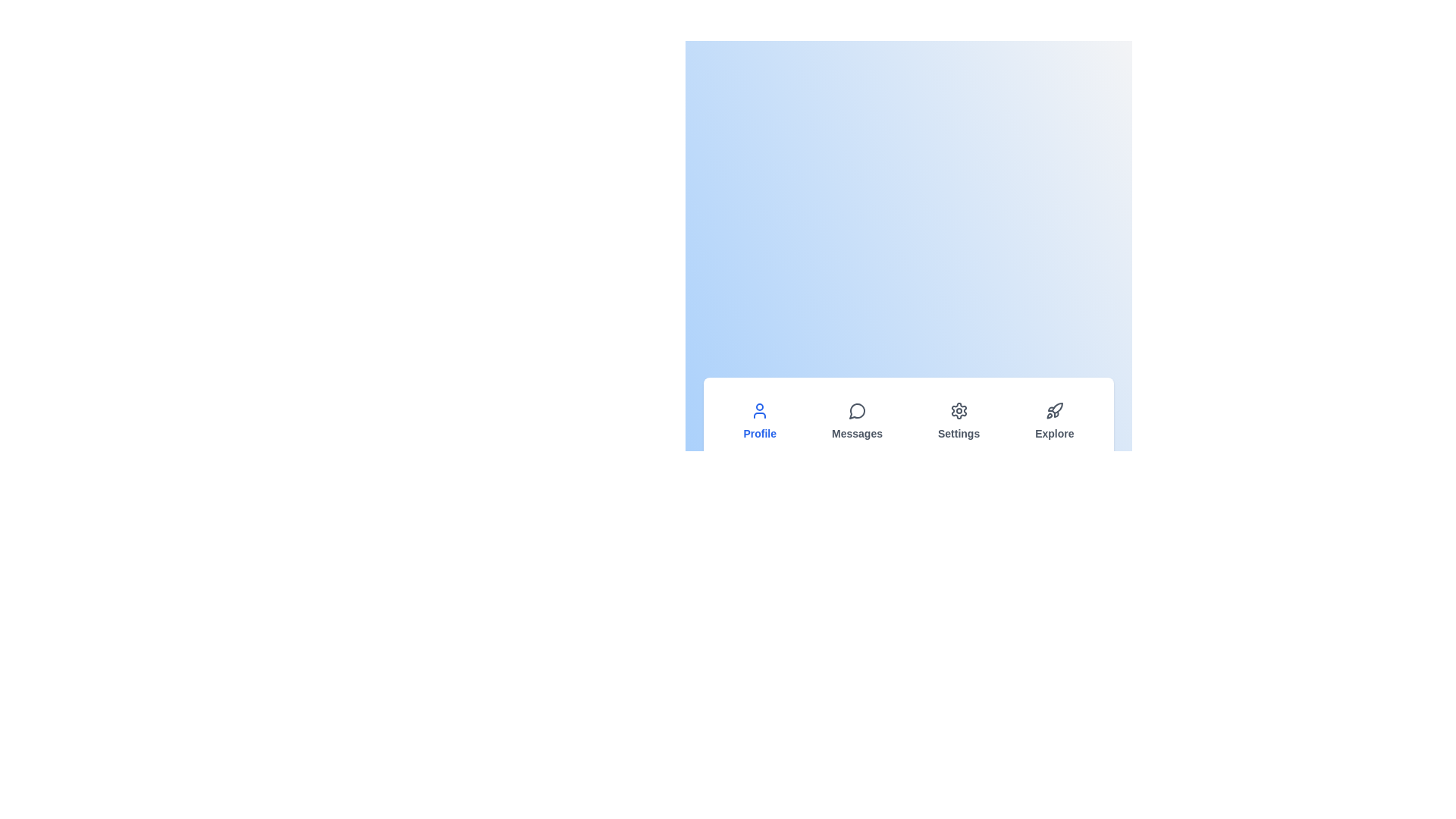  I want to click on the tab labeled Explore to observe the hover effect, so click(1053, 421).